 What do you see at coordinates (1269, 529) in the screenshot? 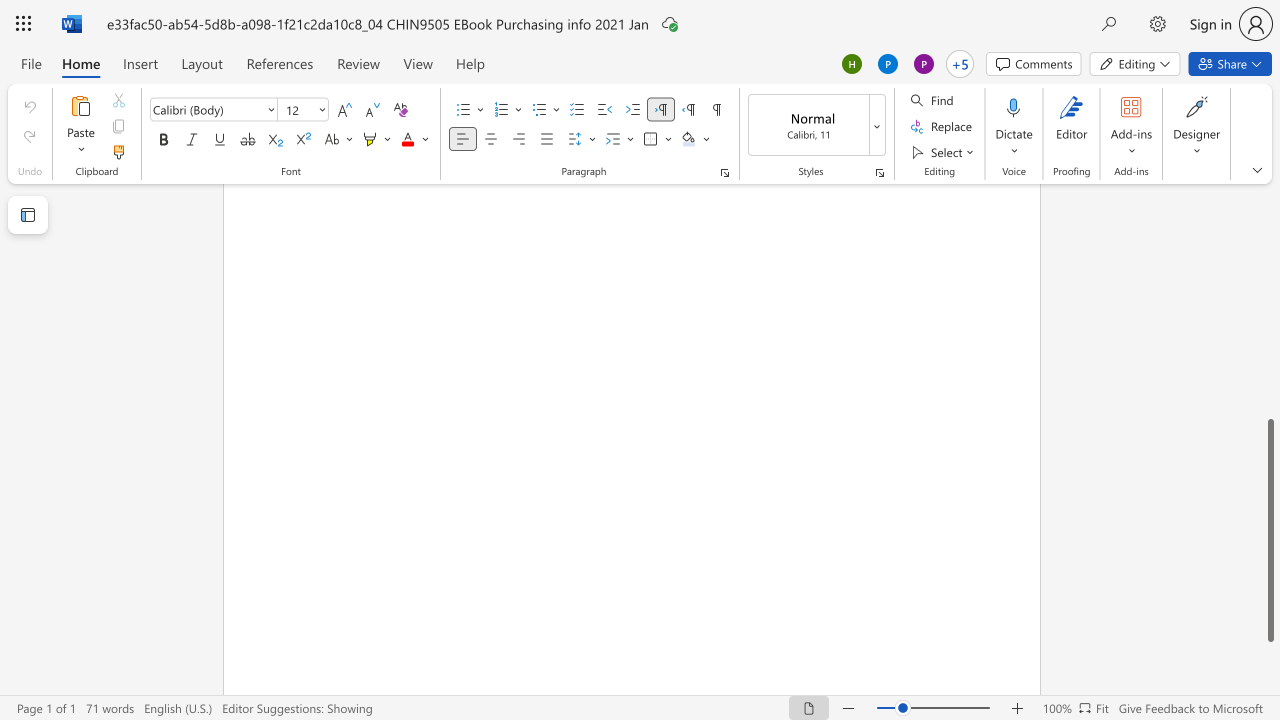
I see `the scrollbar and move down 100 pixels` at bounding box center [1269, 529].